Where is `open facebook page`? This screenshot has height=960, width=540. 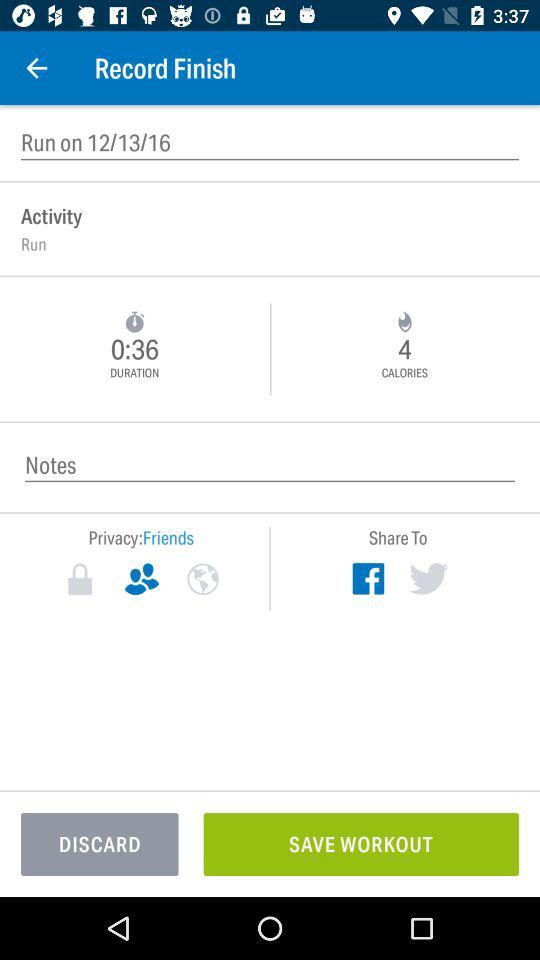 open facebook page is located at coordinates (367, 578).